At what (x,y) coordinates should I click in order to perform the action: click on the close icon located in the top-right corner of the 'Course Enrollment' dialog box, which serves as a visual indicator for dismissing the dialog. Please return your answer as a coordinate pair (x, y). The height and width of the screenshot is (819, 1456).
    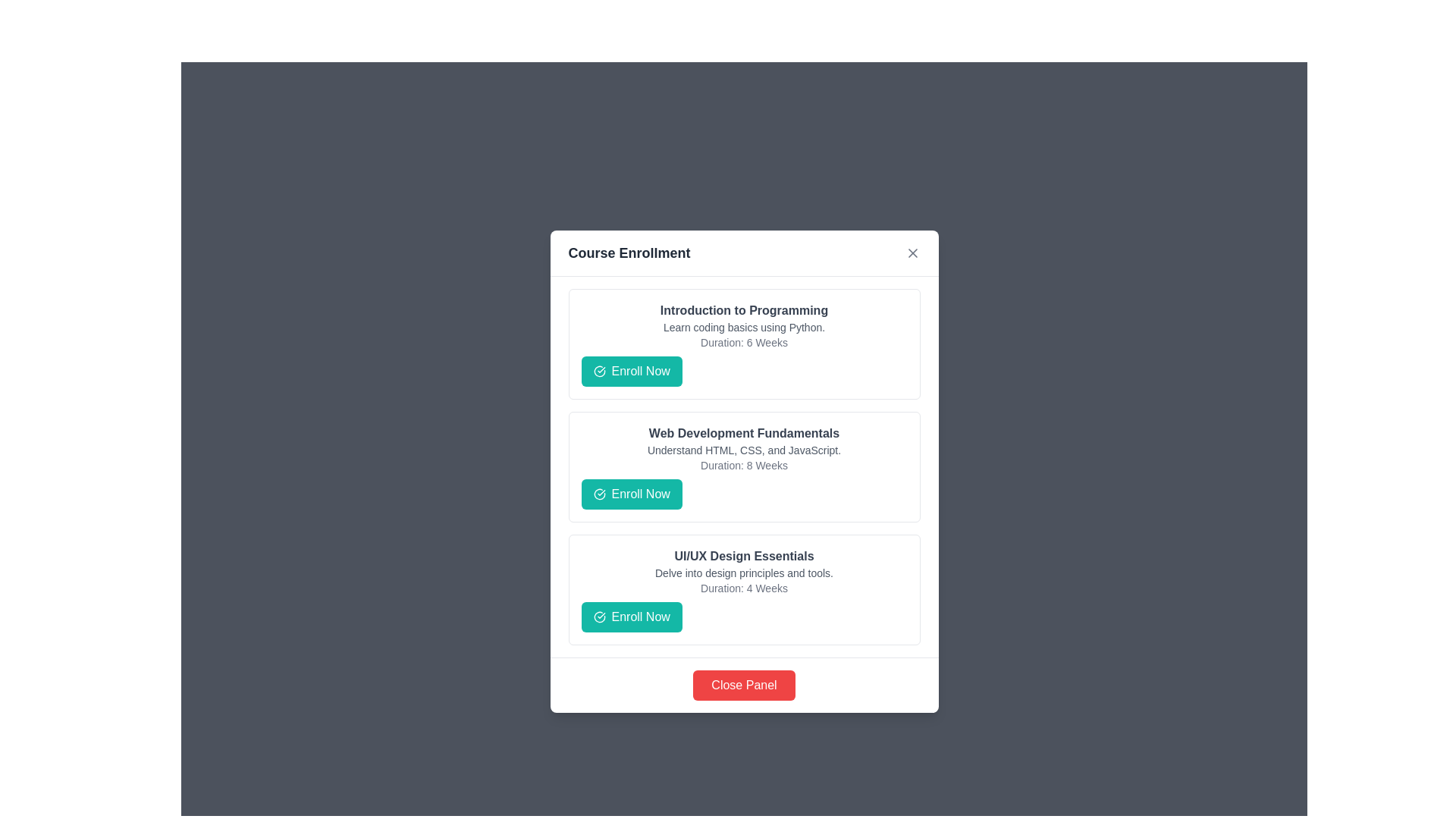
    Looking at the image, I should click on (912, 253).